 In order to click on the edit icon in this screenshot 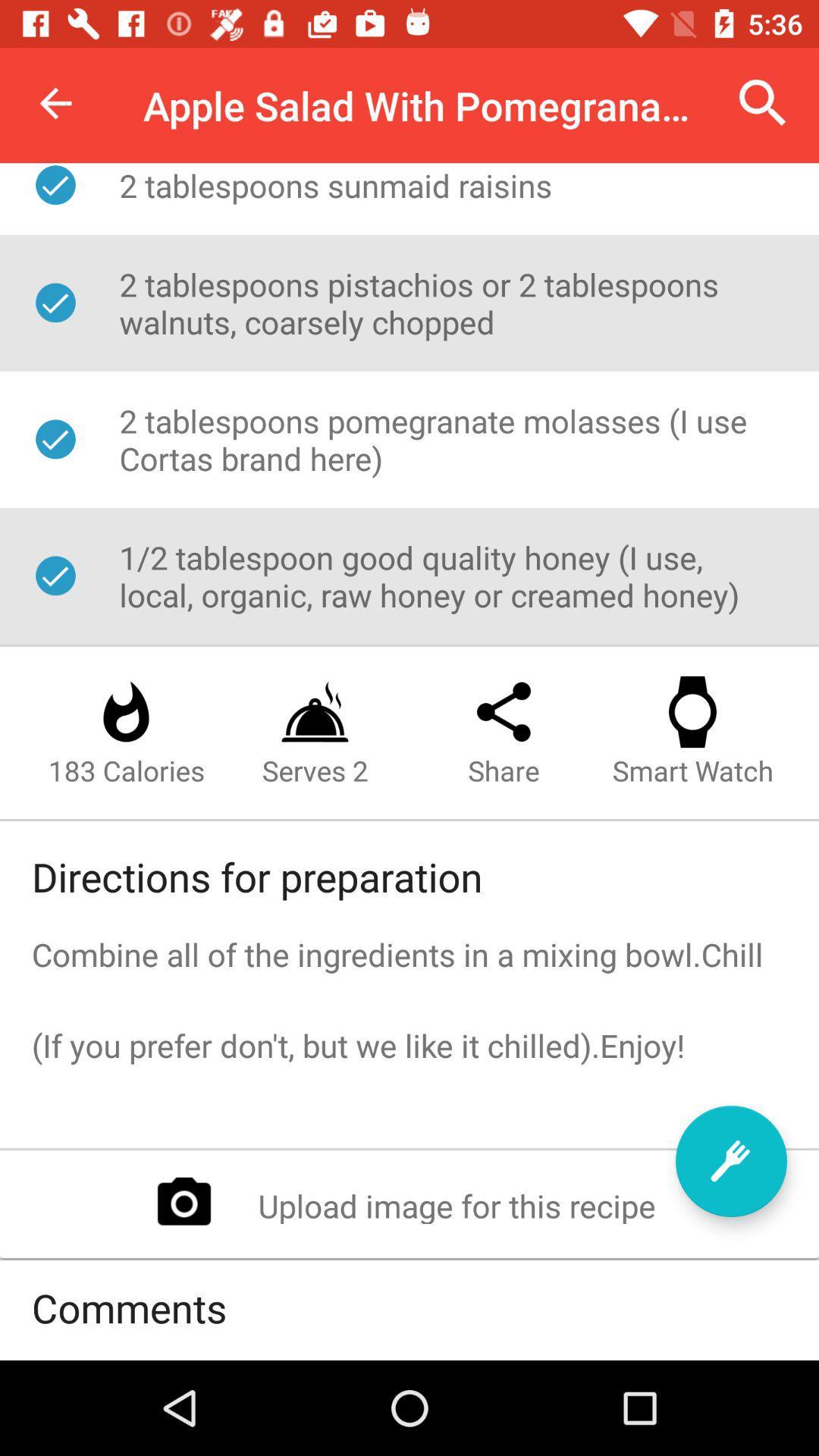, I will do `click(730, 1160)`.